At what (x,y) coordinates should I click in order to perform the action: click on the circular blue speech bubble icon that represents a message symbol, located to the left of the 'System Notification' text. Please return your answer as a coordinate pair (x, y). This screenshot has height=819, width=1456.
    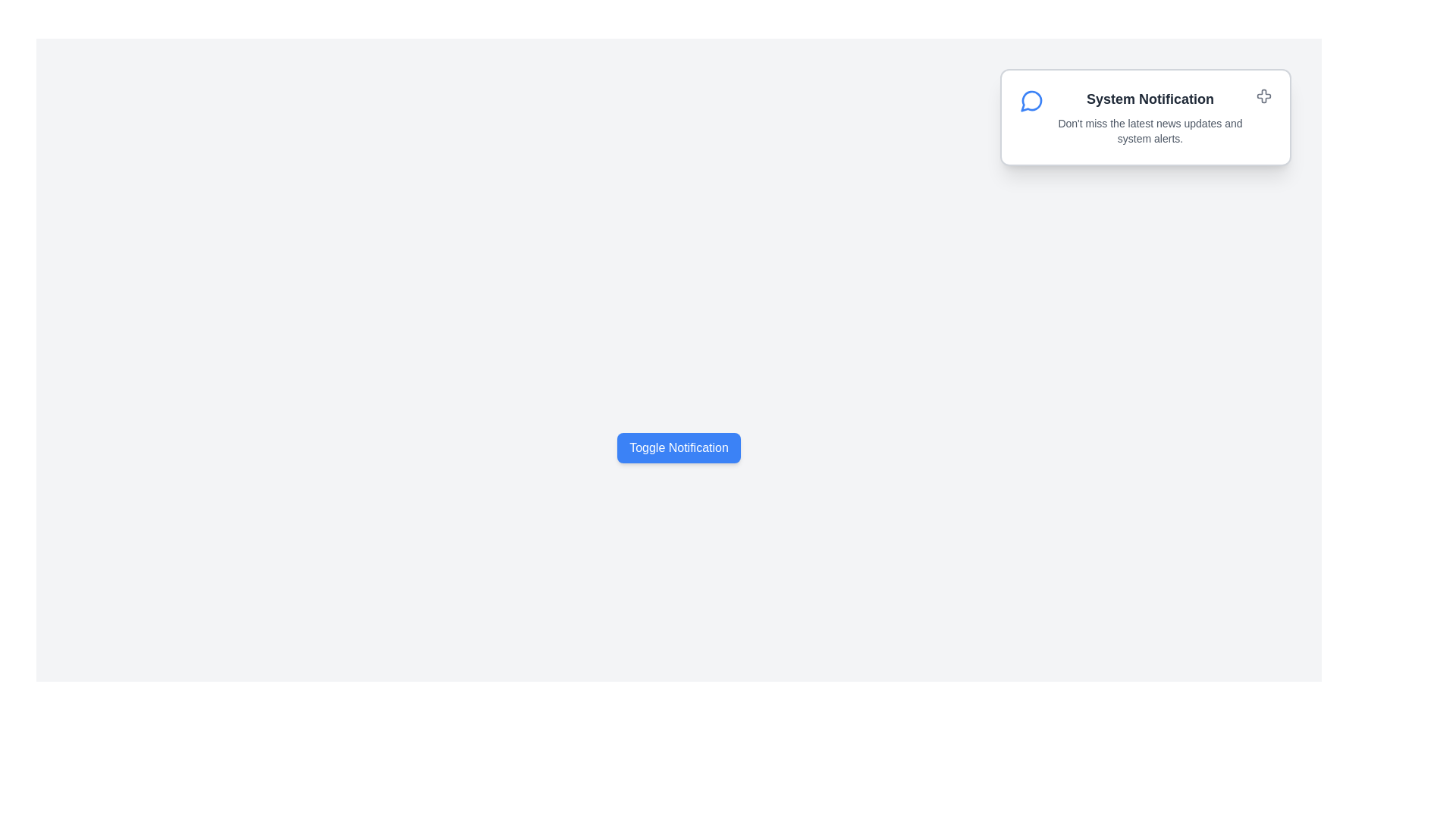
    Looking at the image, I should click on (1031, 100).